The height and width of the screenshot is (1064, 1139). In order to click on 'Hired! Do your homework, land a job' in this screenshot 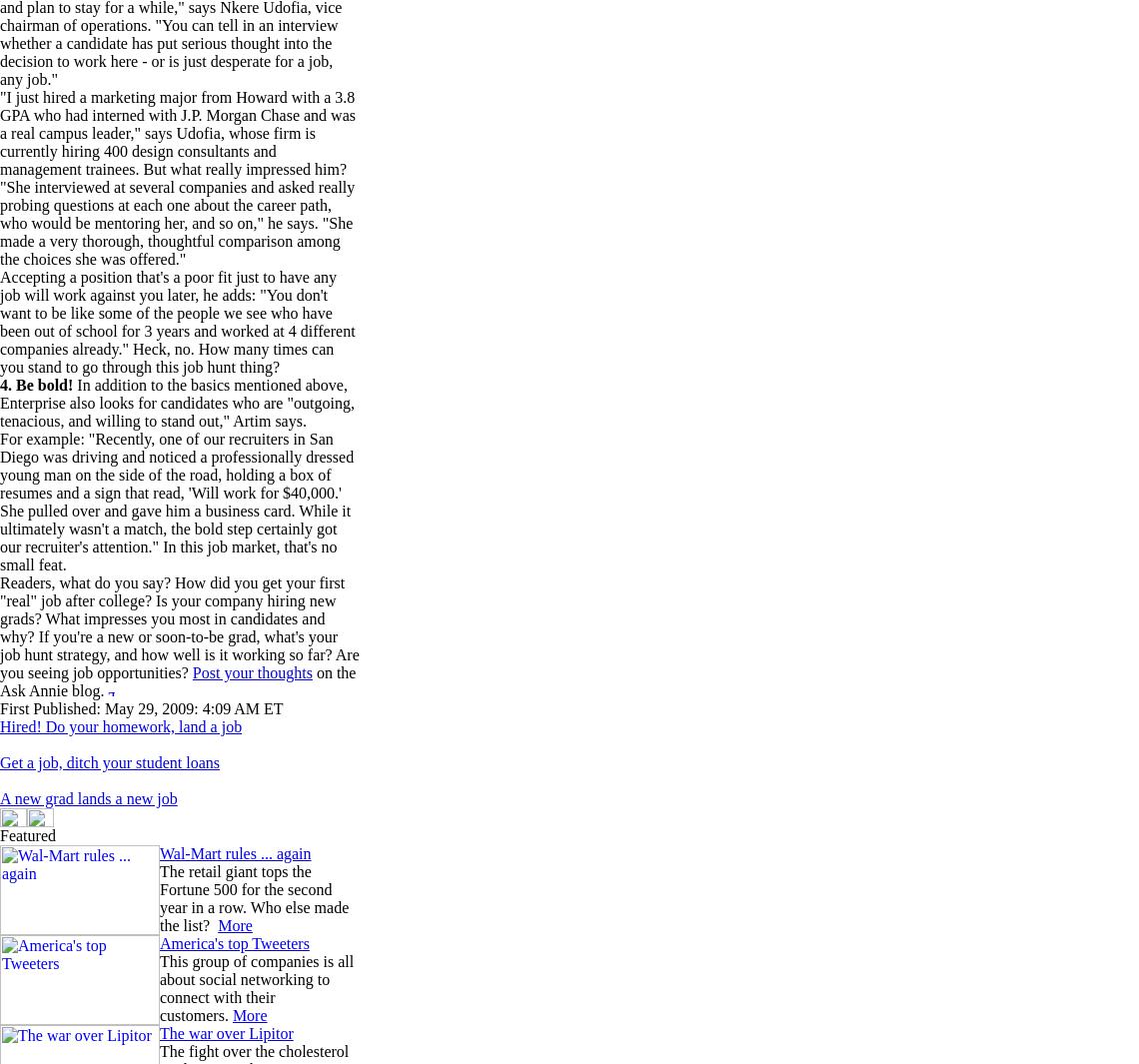, I will do `click(119, 726)`.